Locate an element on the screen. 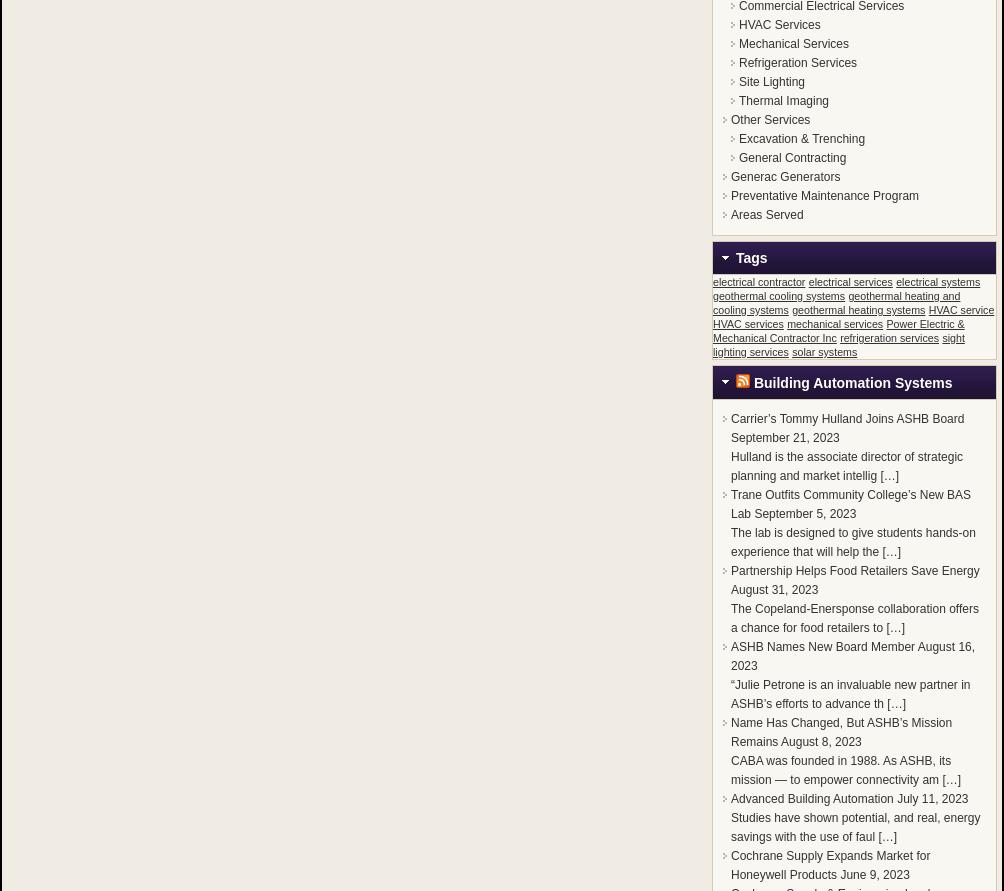 The image size is (1004, 891). 'sight lighting services' is located at coordinates (838, 343).